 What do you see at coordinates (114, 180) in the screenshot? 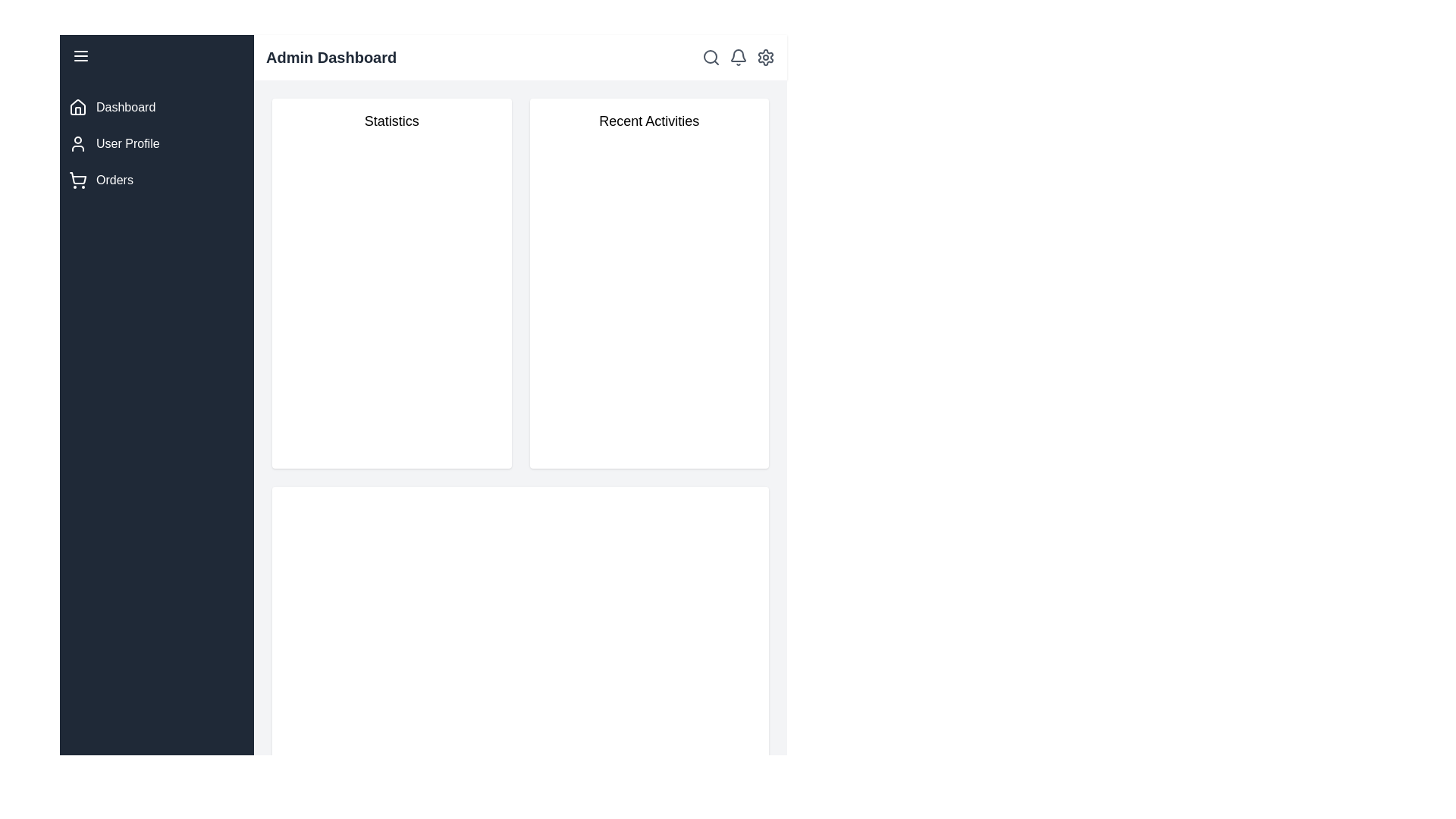
I see `the 'Orders' text label in the left-side navigation bar` at bounding box center [114, 180].